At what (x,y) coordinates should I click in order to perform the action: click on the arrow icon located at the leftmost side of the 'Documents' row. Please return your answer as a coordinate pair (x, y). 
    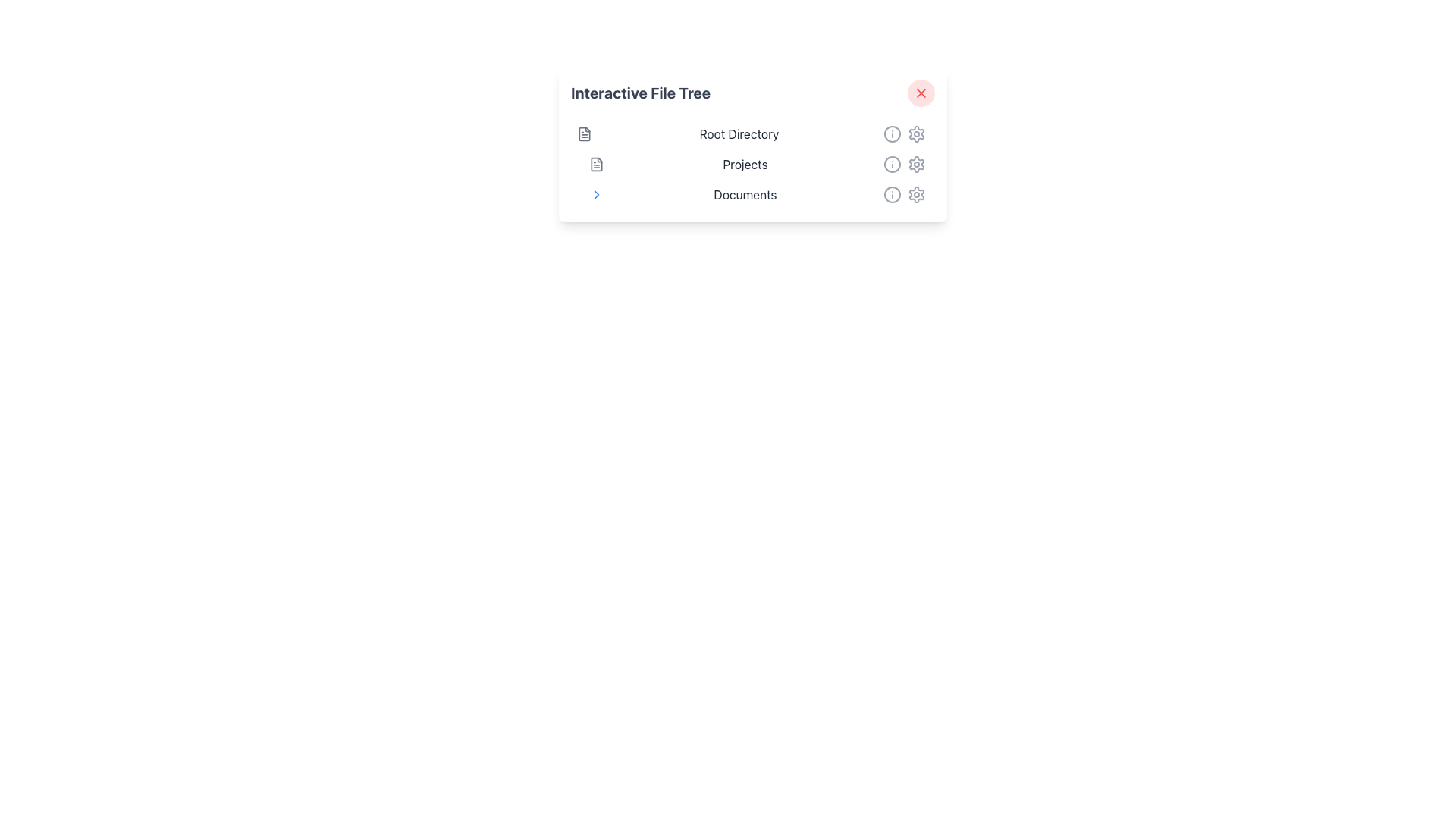
    Looking at the image, I should click on (596, 194).